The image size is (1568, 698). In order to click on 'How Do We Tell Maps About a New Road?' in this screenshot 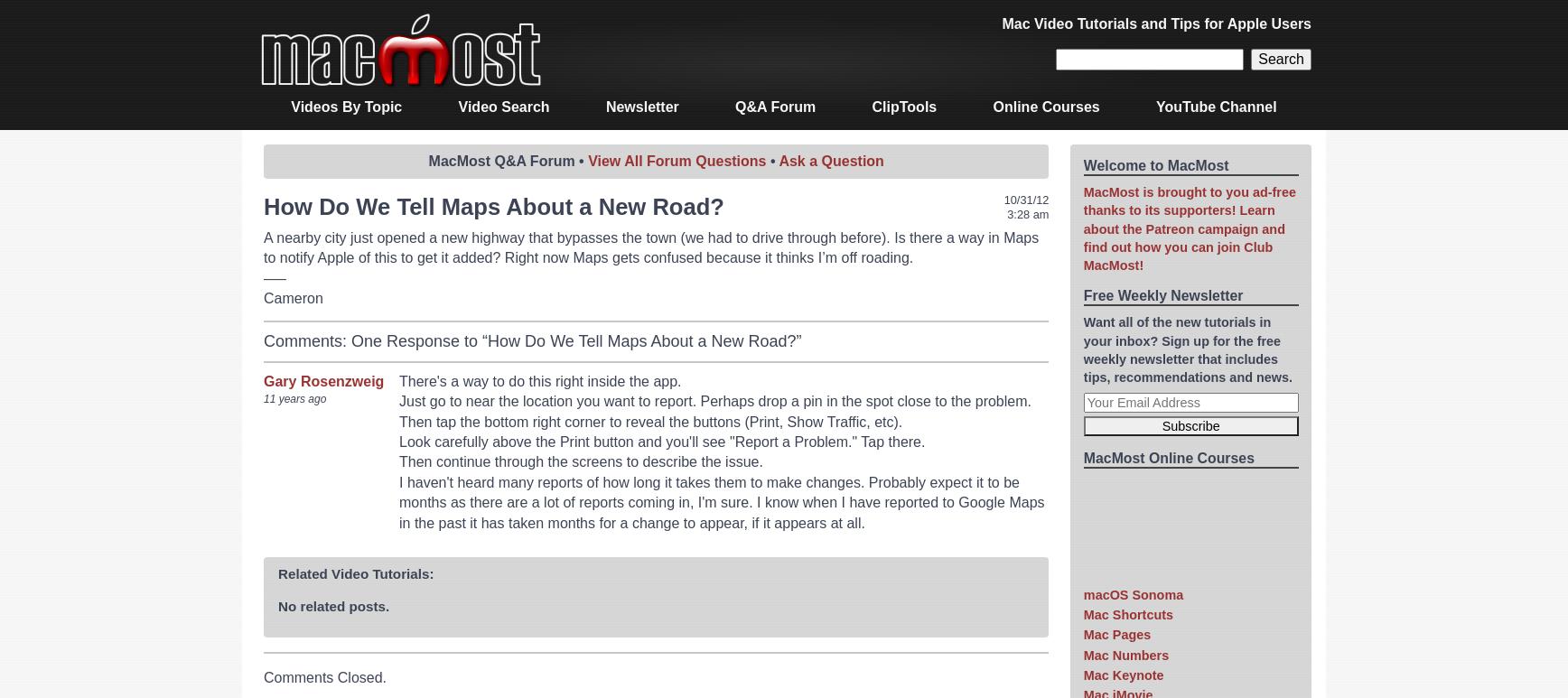, I will do `click(494, 206)`.